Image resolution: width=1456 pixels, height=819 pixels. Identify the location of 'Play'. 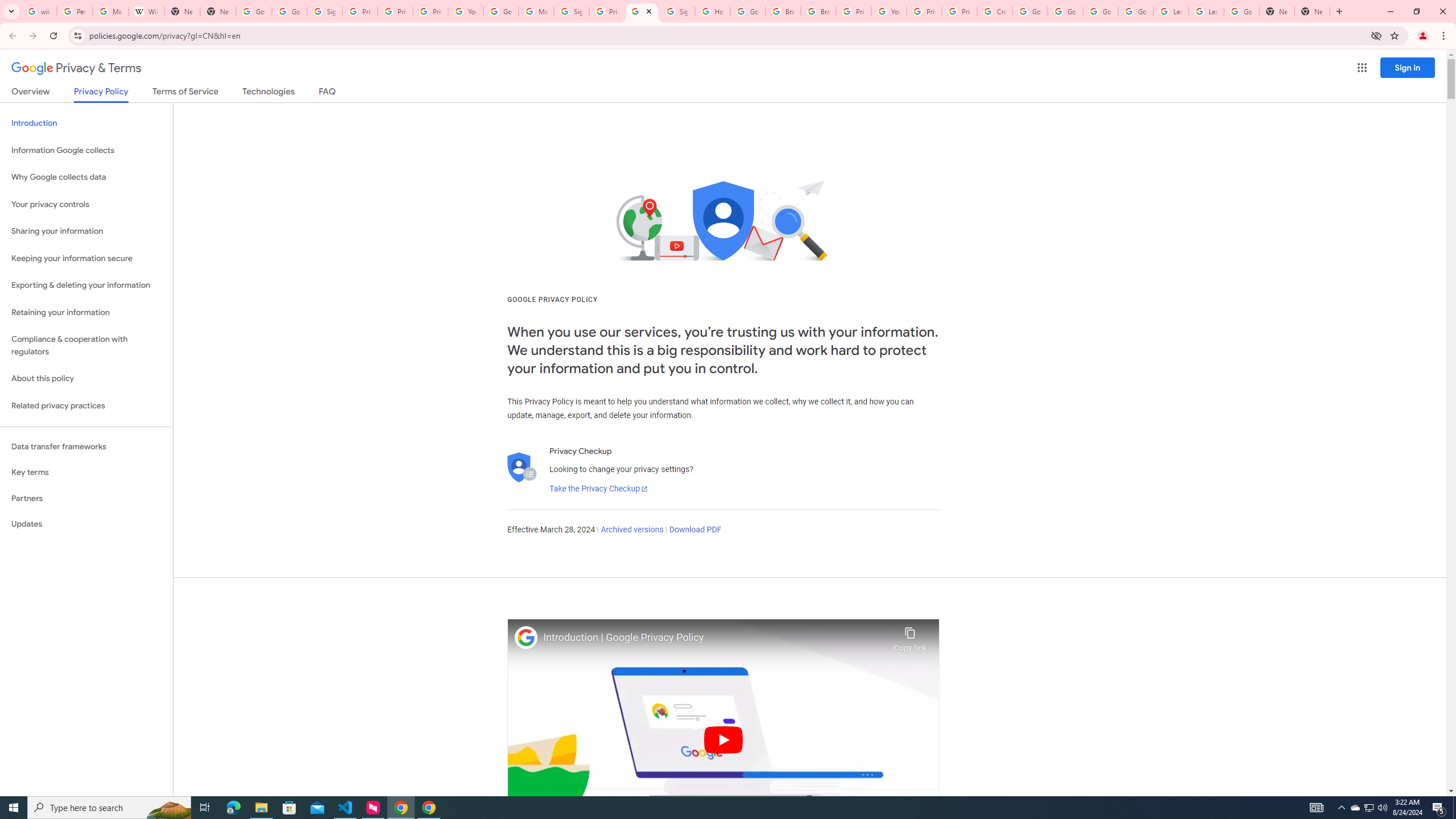
(723, 739).